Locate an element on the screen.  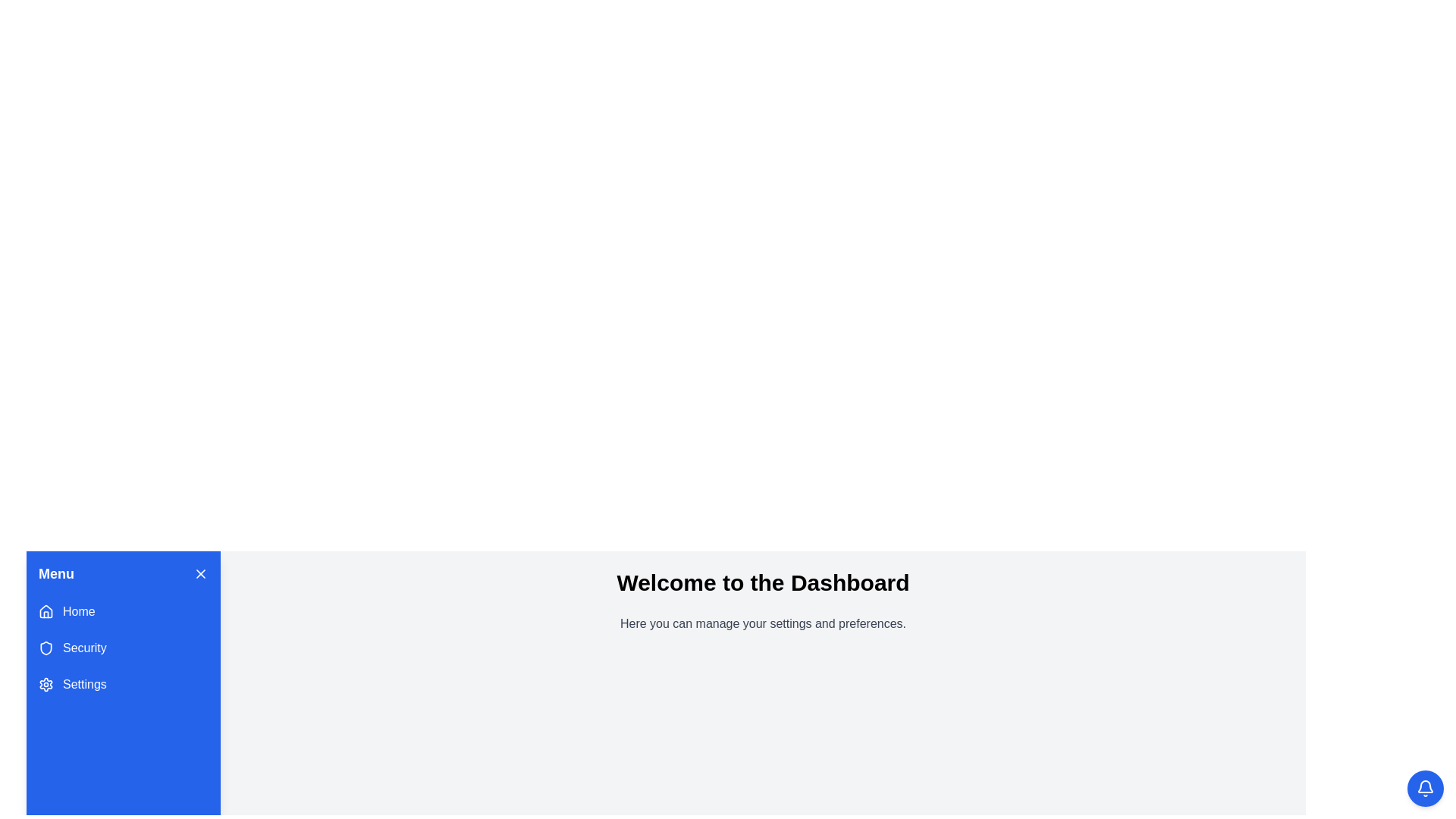
the Text label indicating the purpose of the sidebar as the main menu, which is positioned at the top-left corner of the left sidebar panel is located at coordinates (56, 573).